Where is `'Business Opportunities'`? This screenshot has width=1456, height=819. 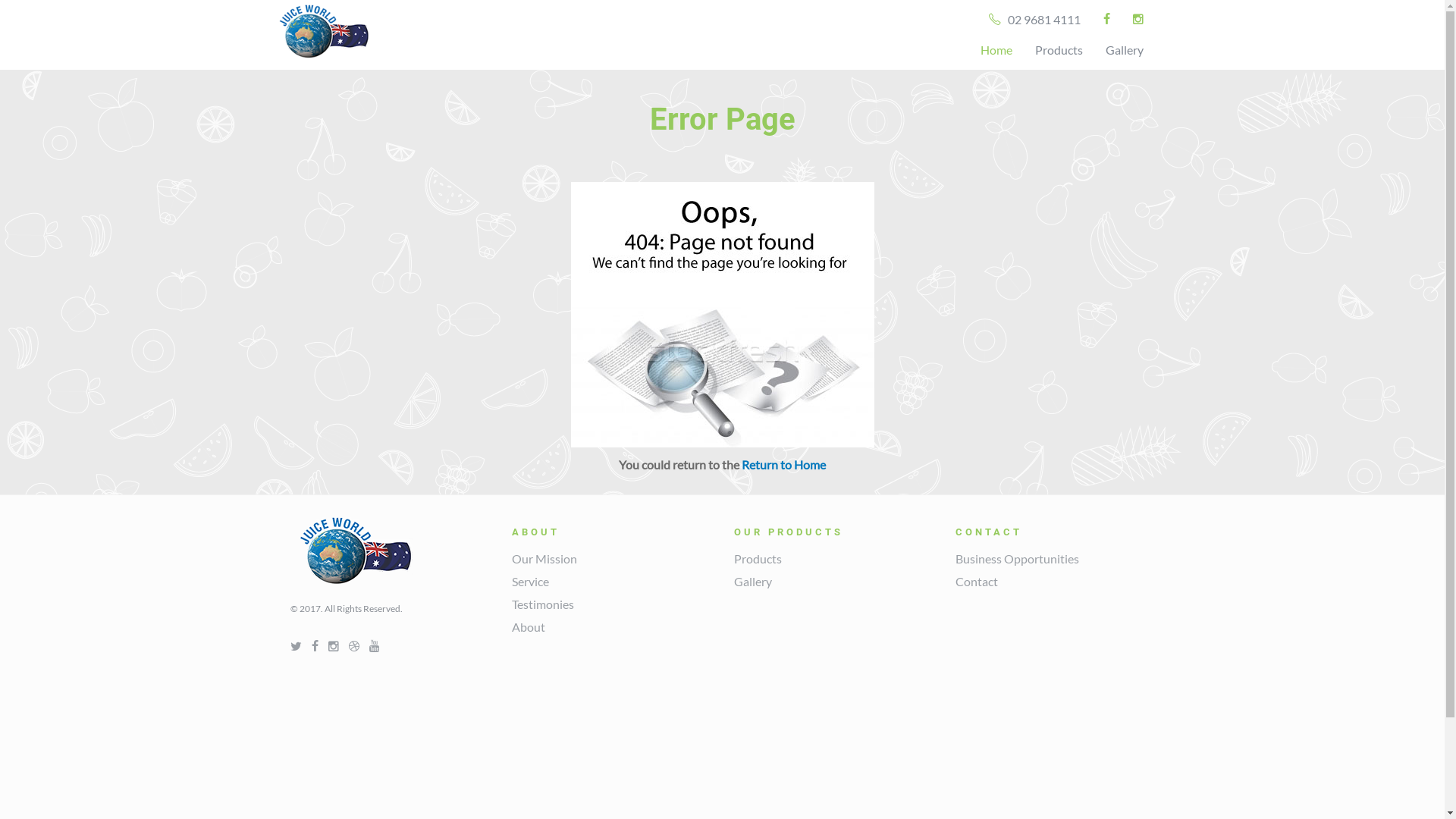 'Business Opportunities' is located at coordinates (1017, 558).